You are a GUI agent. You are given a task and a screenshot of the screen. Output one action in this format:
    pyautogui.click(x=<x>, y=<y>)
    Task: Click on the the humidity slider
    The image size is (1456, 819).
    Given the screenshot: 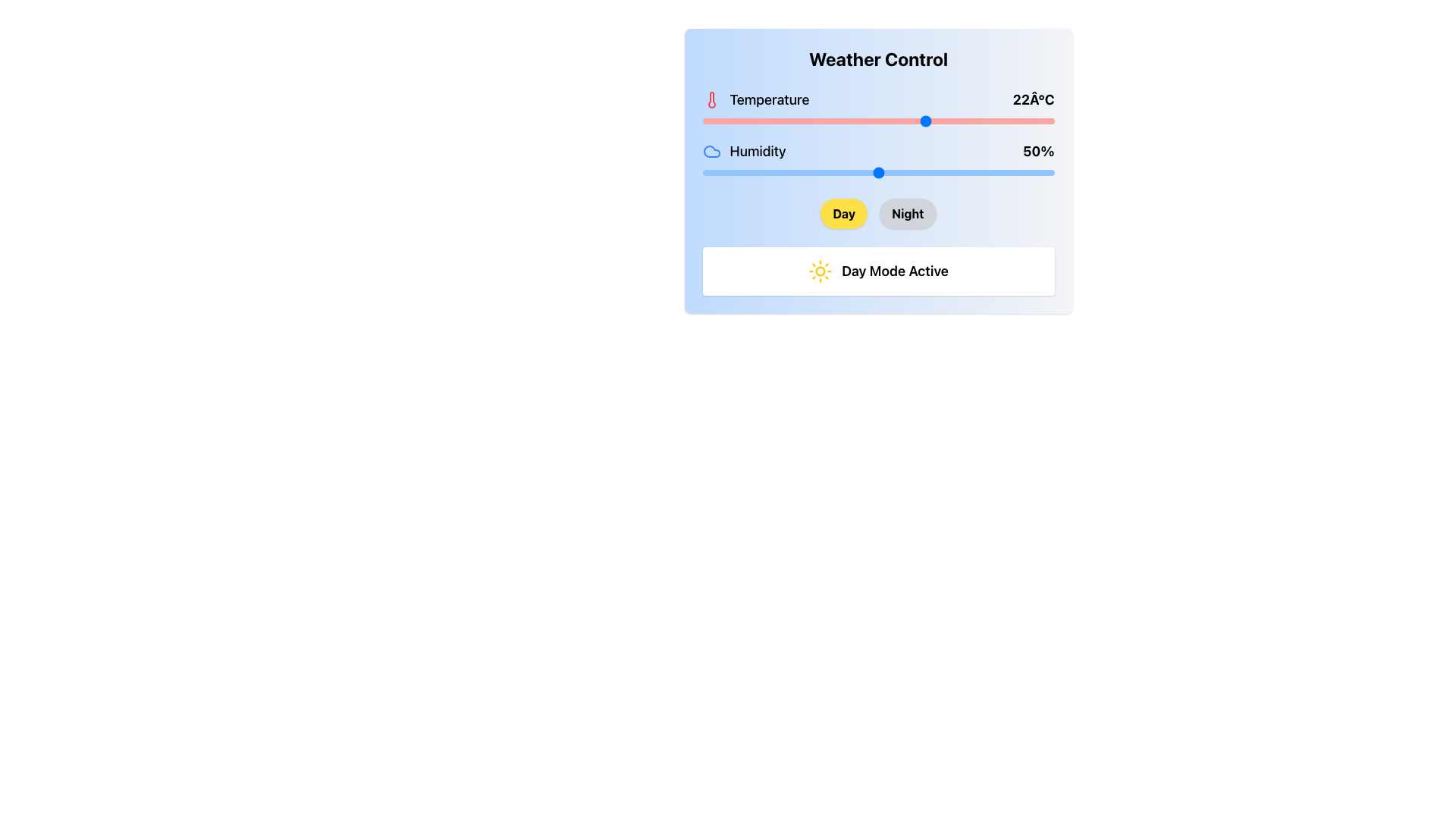 What is the action you would take?
    pyautogui.click(x=864, y=171)
    